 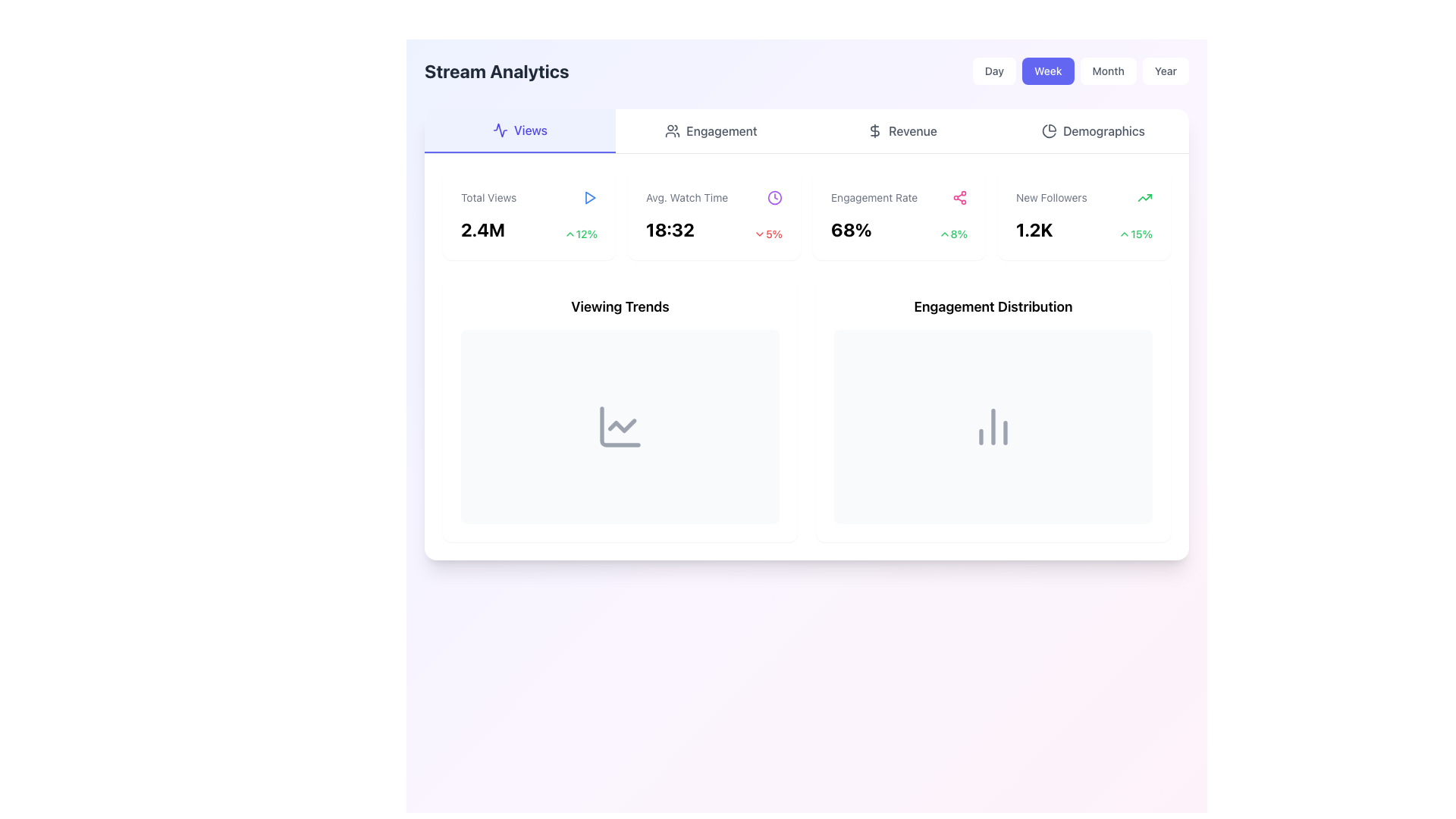 What do you see at coordinates (759, 234) in the screenshot?
I see `the chevron-down icon to the left of the '5%' text in the 'Avg. Watch Time' card` at bounding box center [759, 234].